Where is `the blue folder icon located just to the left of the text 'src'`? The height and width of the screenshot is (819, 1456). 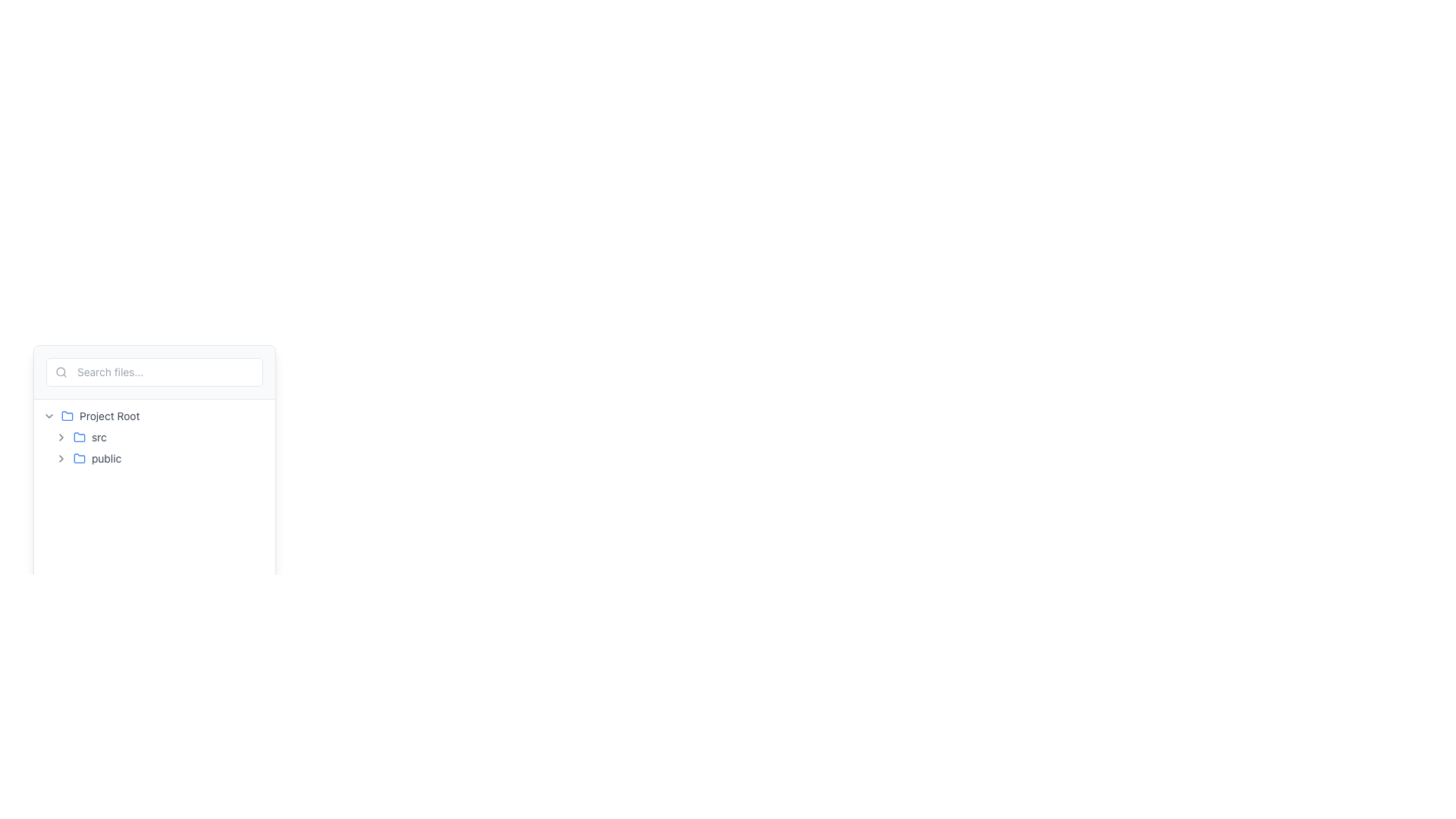 the blue folder icon located just to the left of the text 'src' is located at coordinates (79, 438).